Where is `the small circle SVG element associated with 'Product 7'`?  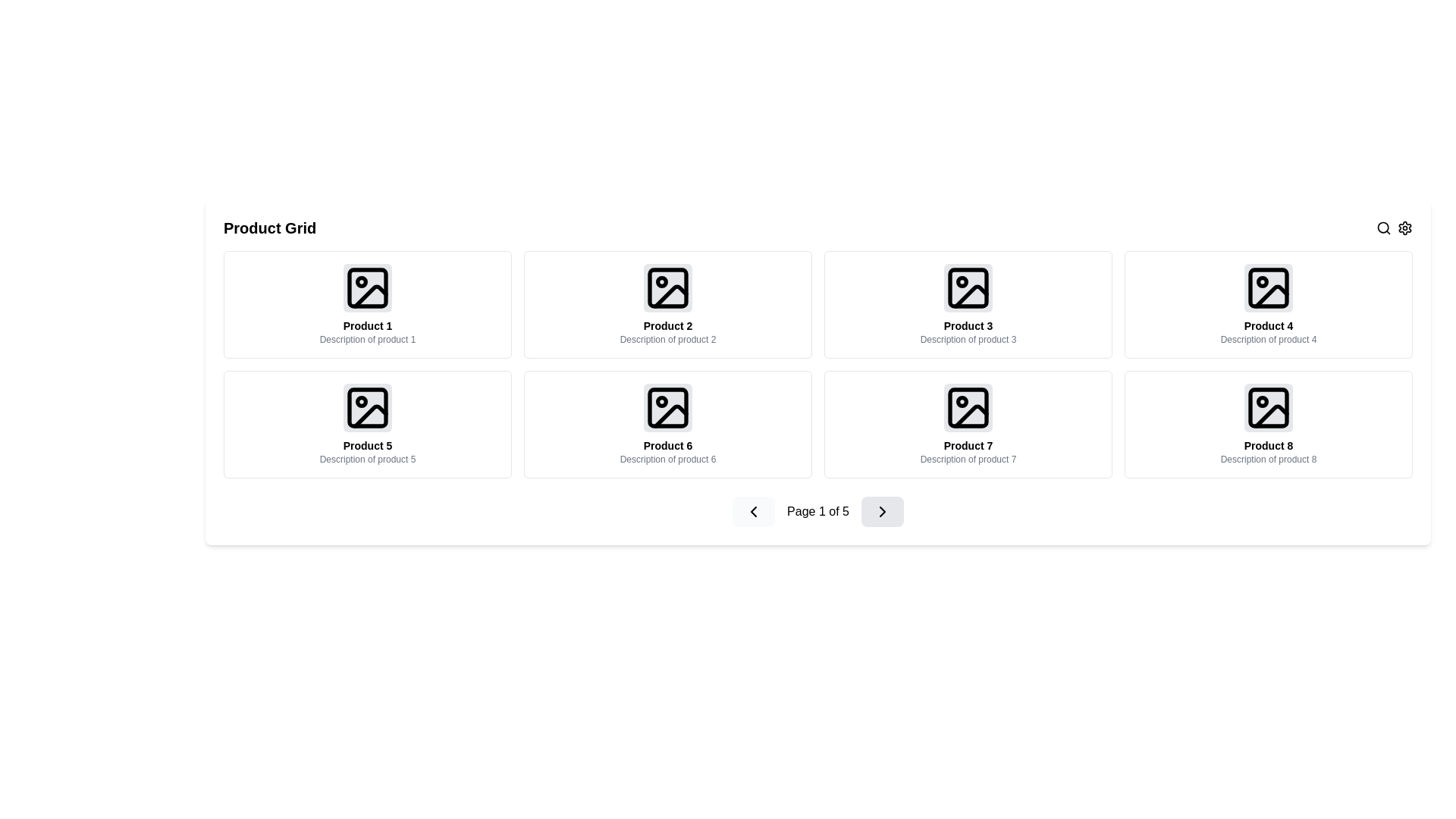 the small circle SVG element associated with 'Product 7' is located at coordinates (961, 400).